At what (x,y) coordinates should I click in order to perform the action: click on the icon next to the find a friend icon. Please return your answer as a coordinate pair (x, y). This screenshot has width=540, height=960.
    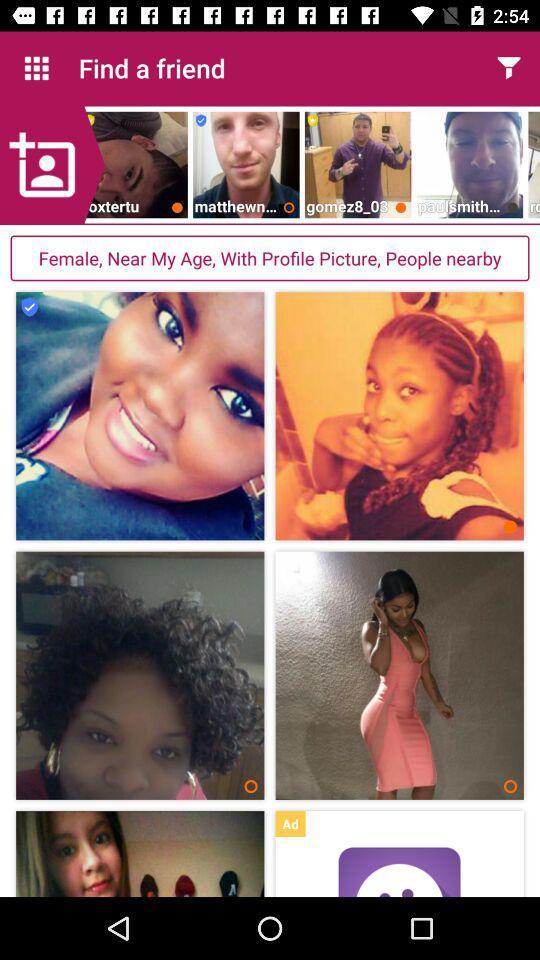
    Looking at the image, I should click on (36, 68).